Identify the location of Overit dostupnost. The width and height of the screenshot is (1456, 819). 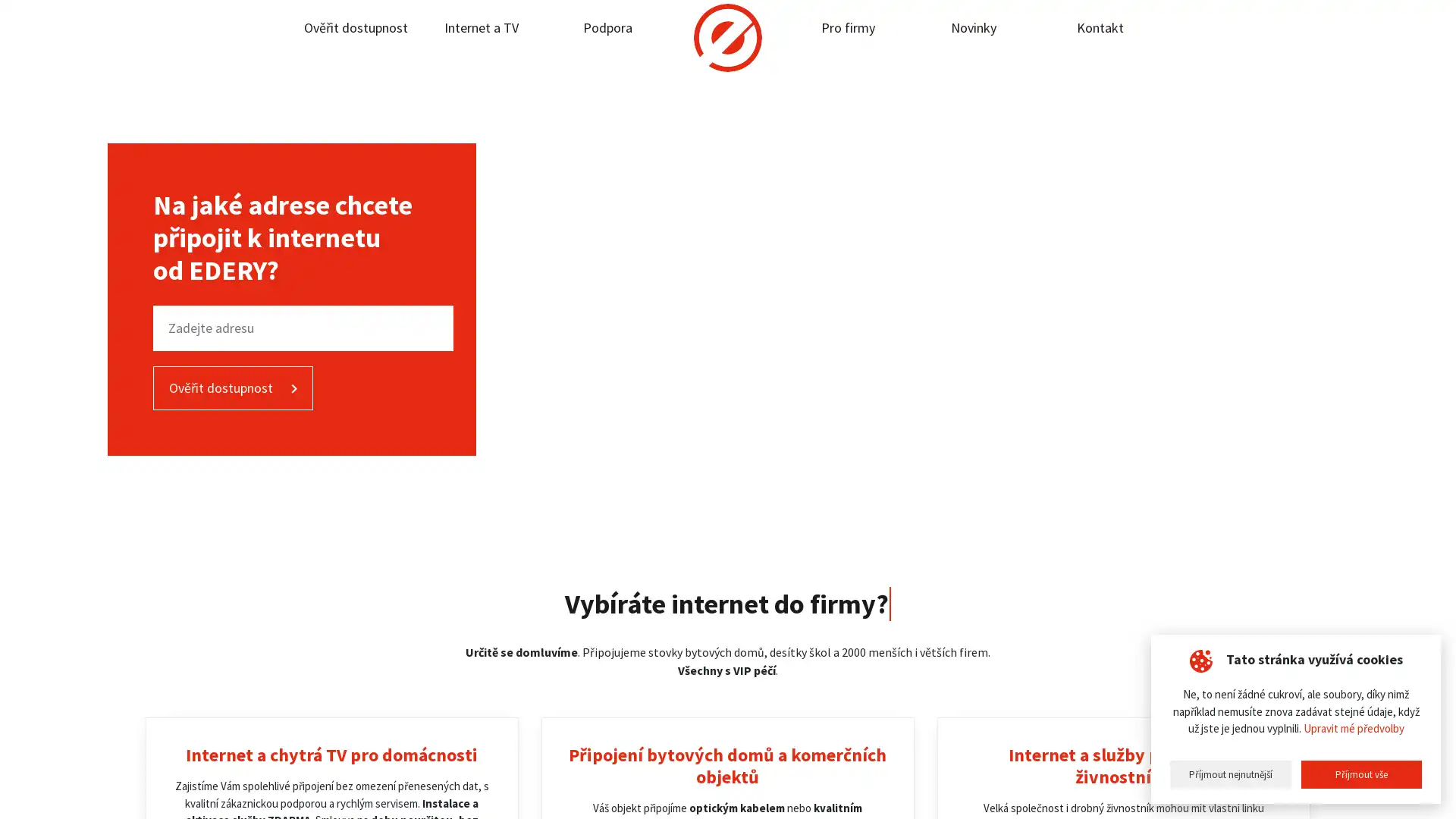
(232, 388).